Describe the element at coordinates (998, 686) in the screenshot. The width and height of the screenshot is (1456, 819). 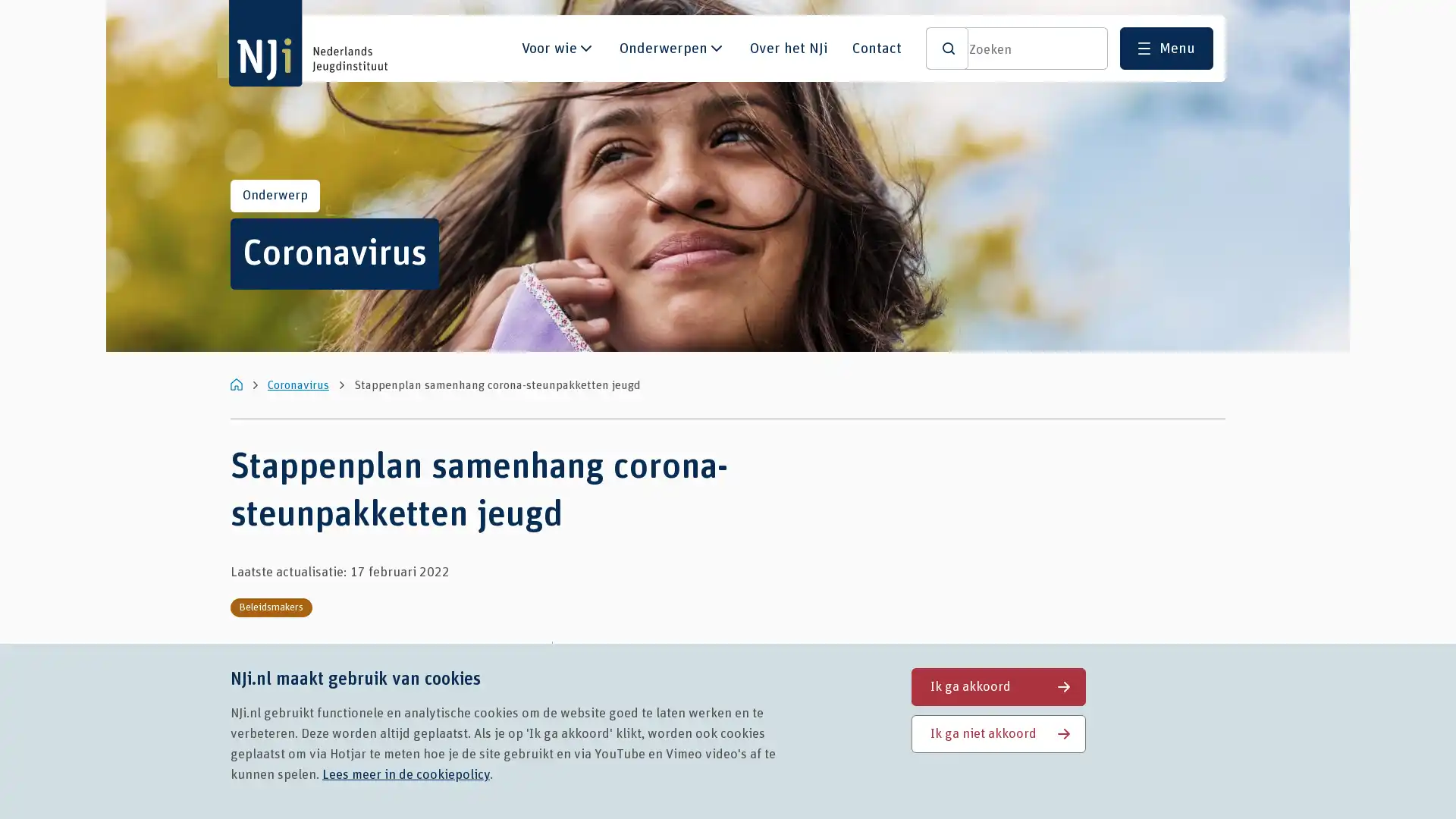
I see `Ik ga akkoord` at that location.